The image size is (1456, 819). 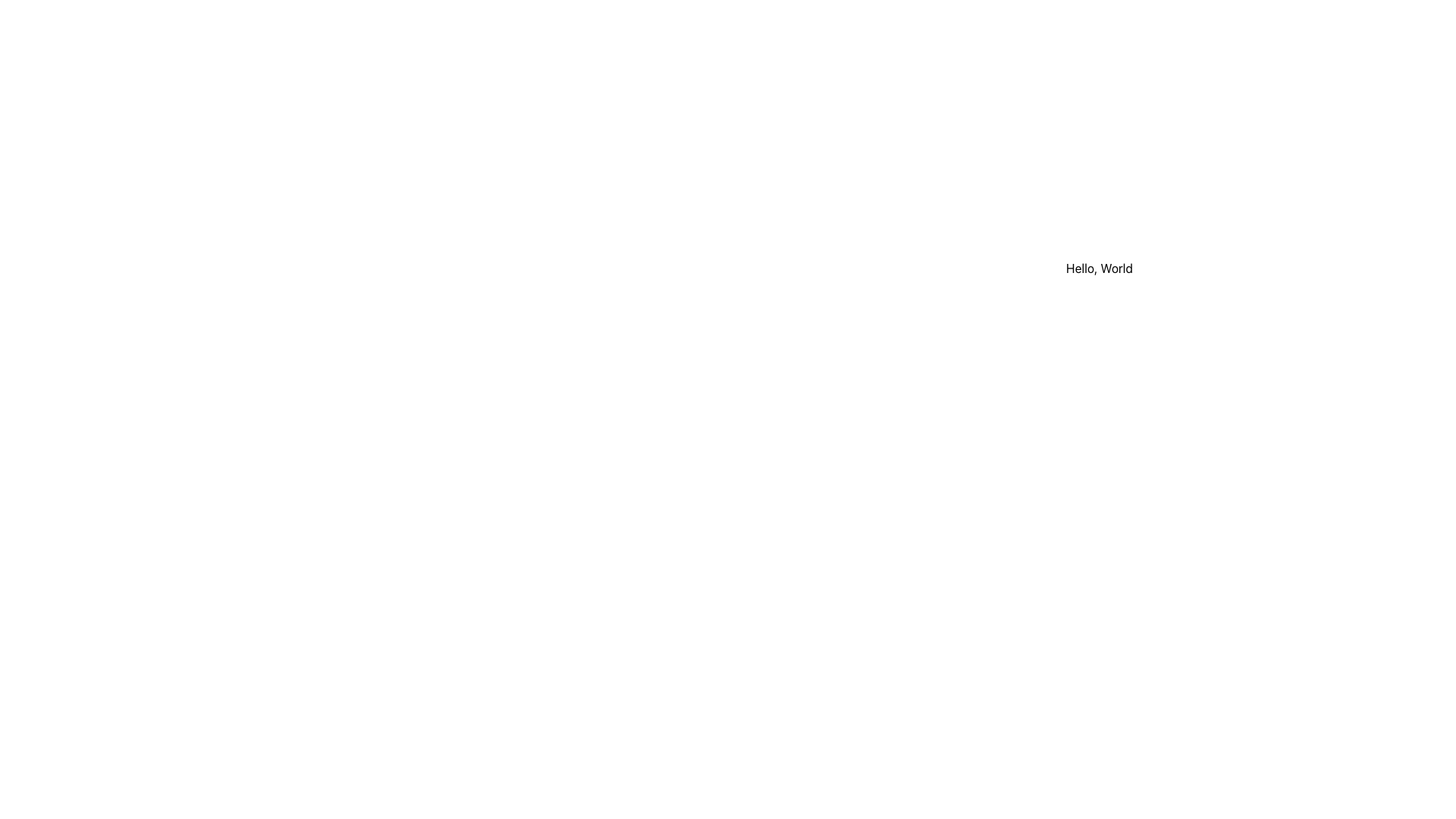 I want to click on the Text Label displaying 'Hello, World' in a sans-serif font, located in the top-right quadrant of the interface, so click(x=1099, y=268).